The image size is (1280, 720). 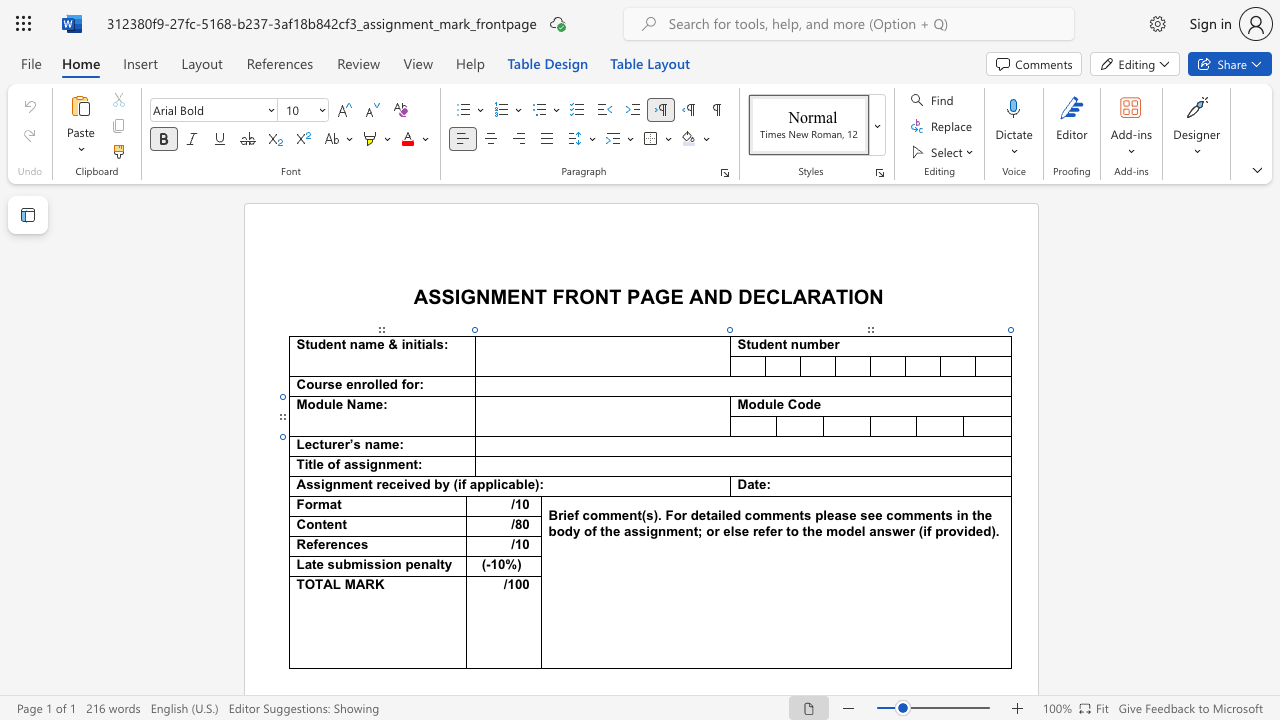 I want to click on the 2th character "n" in the text, so click(x=364, y=484).